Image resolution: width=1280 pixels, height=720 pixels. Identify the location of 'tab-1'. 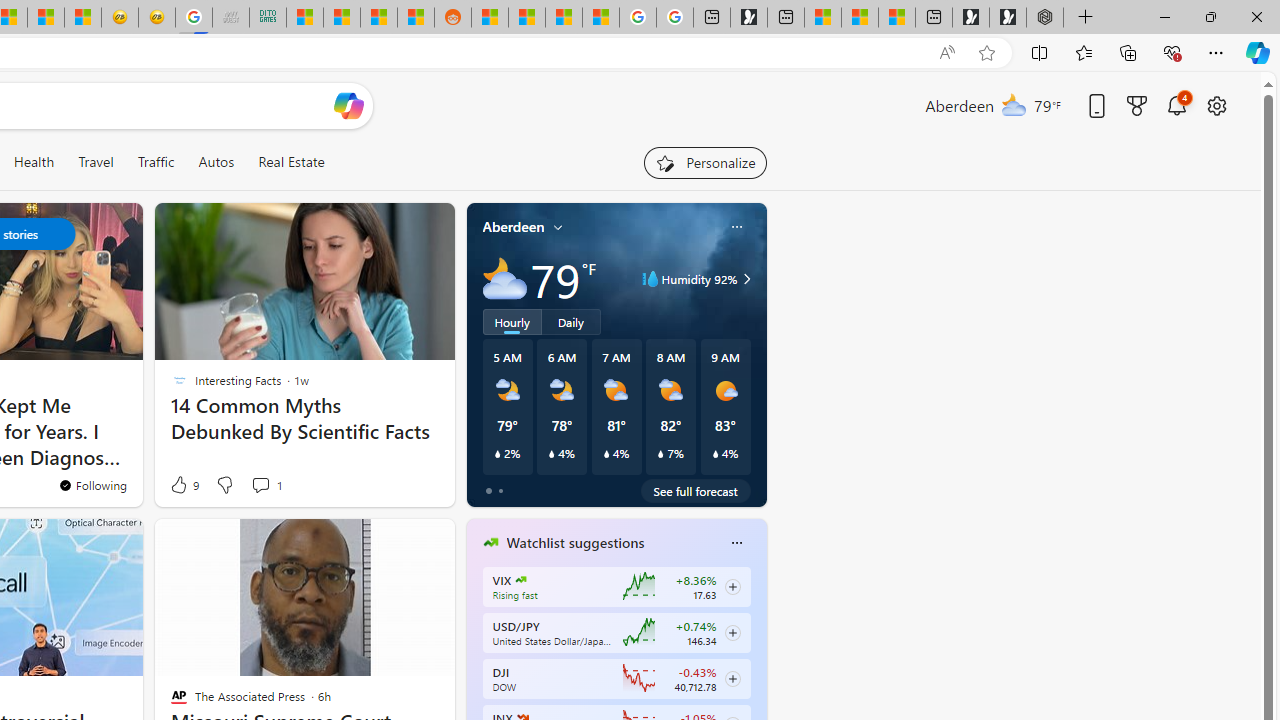
(500, 491).